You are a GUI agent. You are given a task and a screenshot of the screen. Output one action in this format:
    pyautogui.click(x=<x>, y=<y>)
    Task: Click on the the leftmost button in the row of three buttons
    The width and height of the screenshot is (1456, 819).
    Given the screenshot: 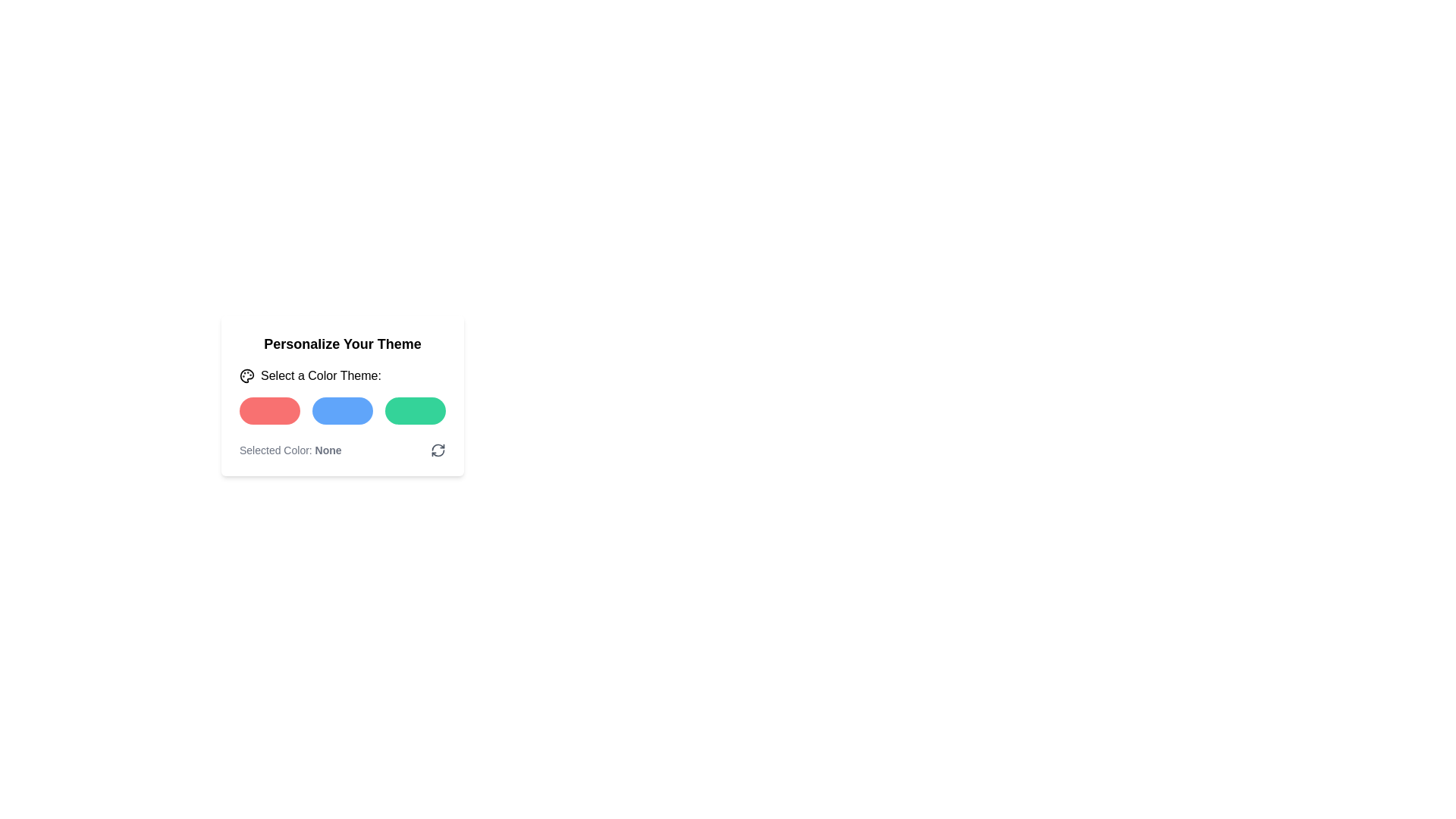 What is the action you would take?
    pyautogui.click(x=269, y=411)
    